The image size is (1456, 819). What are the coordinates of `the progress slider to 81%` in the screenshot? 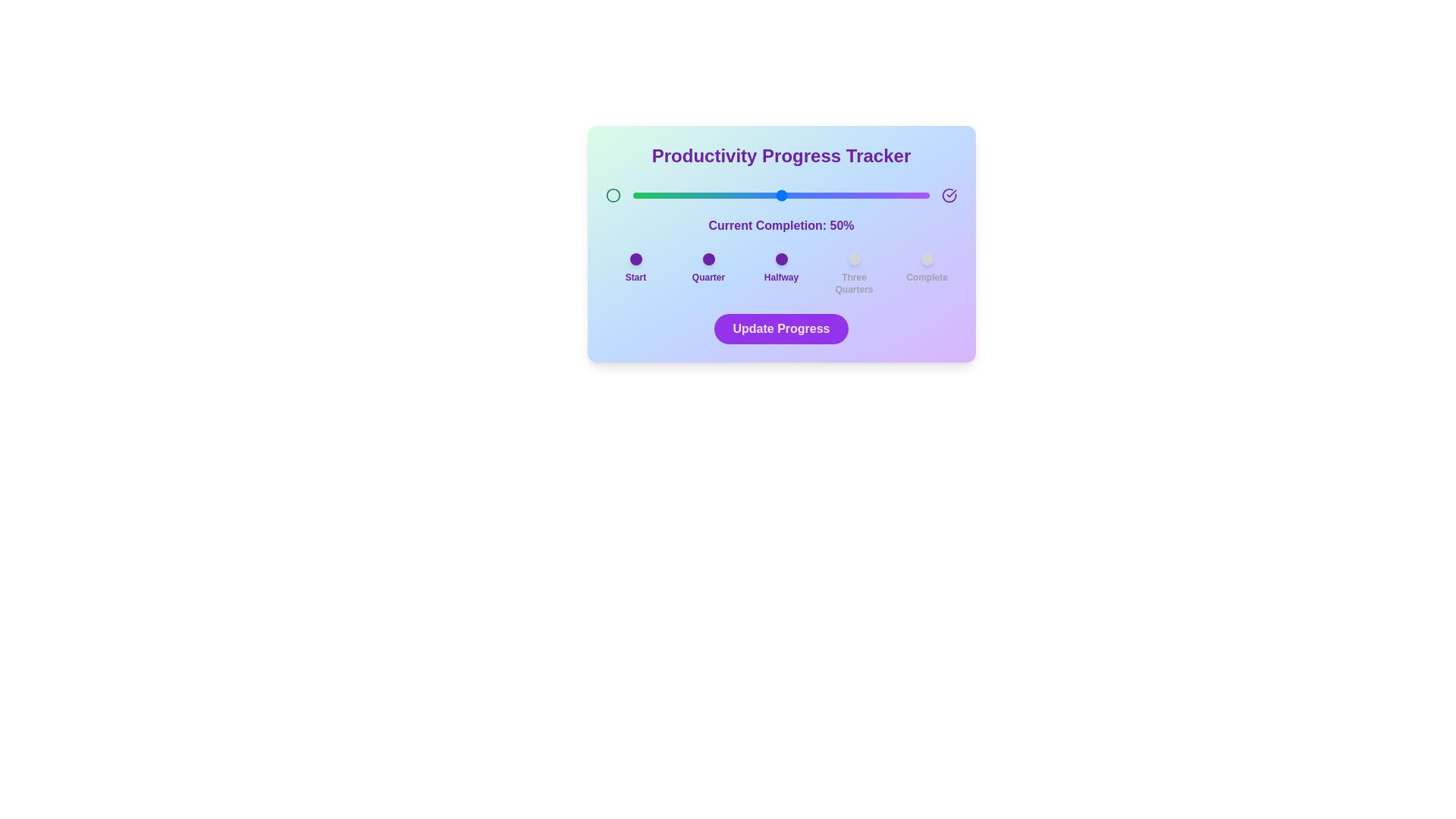 It's located at (873, 195).